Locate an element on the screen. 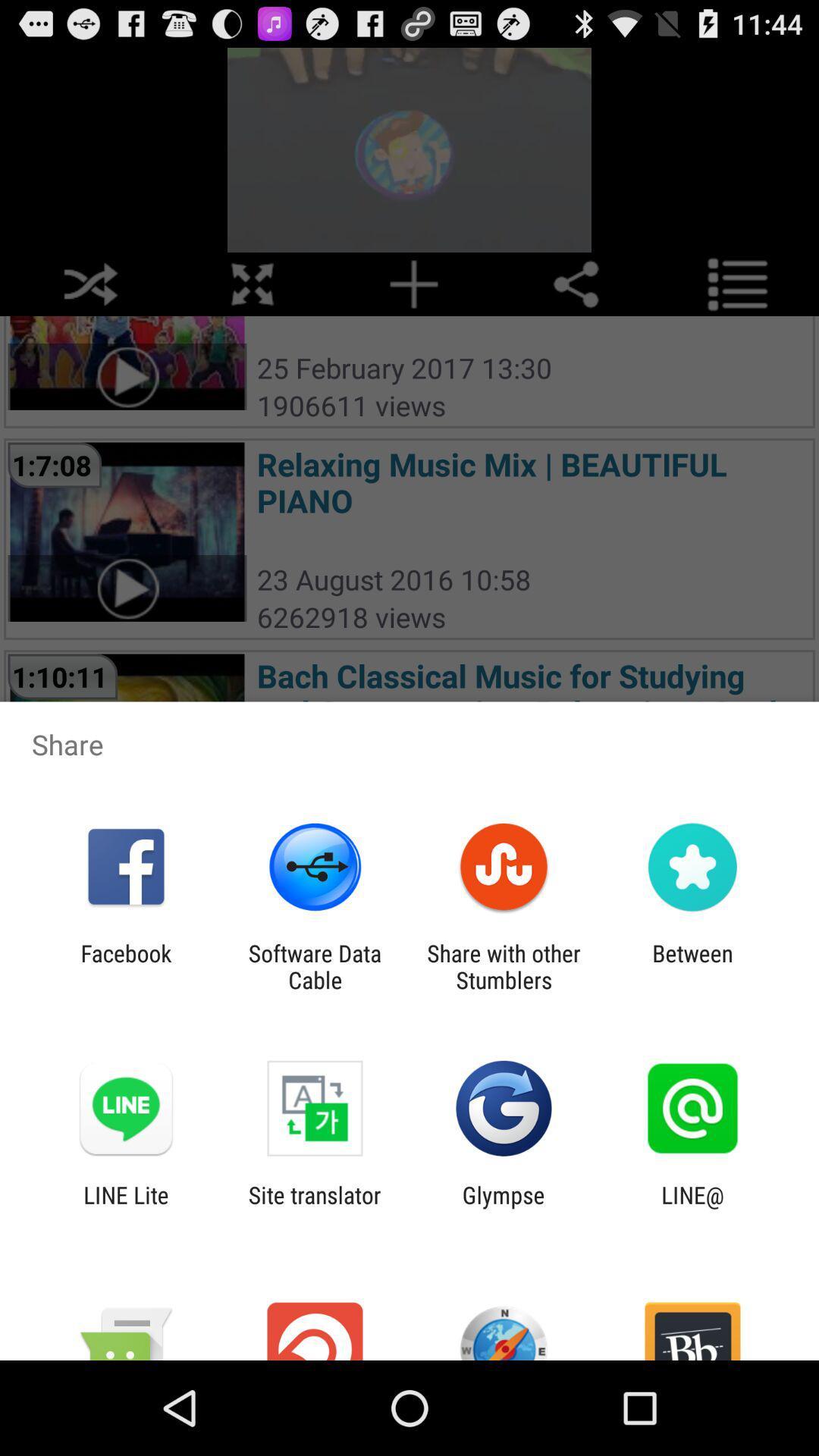 This screenshot has height=1456, width=819. the icon to the right of software data cable is located at coordinates (504, 966).